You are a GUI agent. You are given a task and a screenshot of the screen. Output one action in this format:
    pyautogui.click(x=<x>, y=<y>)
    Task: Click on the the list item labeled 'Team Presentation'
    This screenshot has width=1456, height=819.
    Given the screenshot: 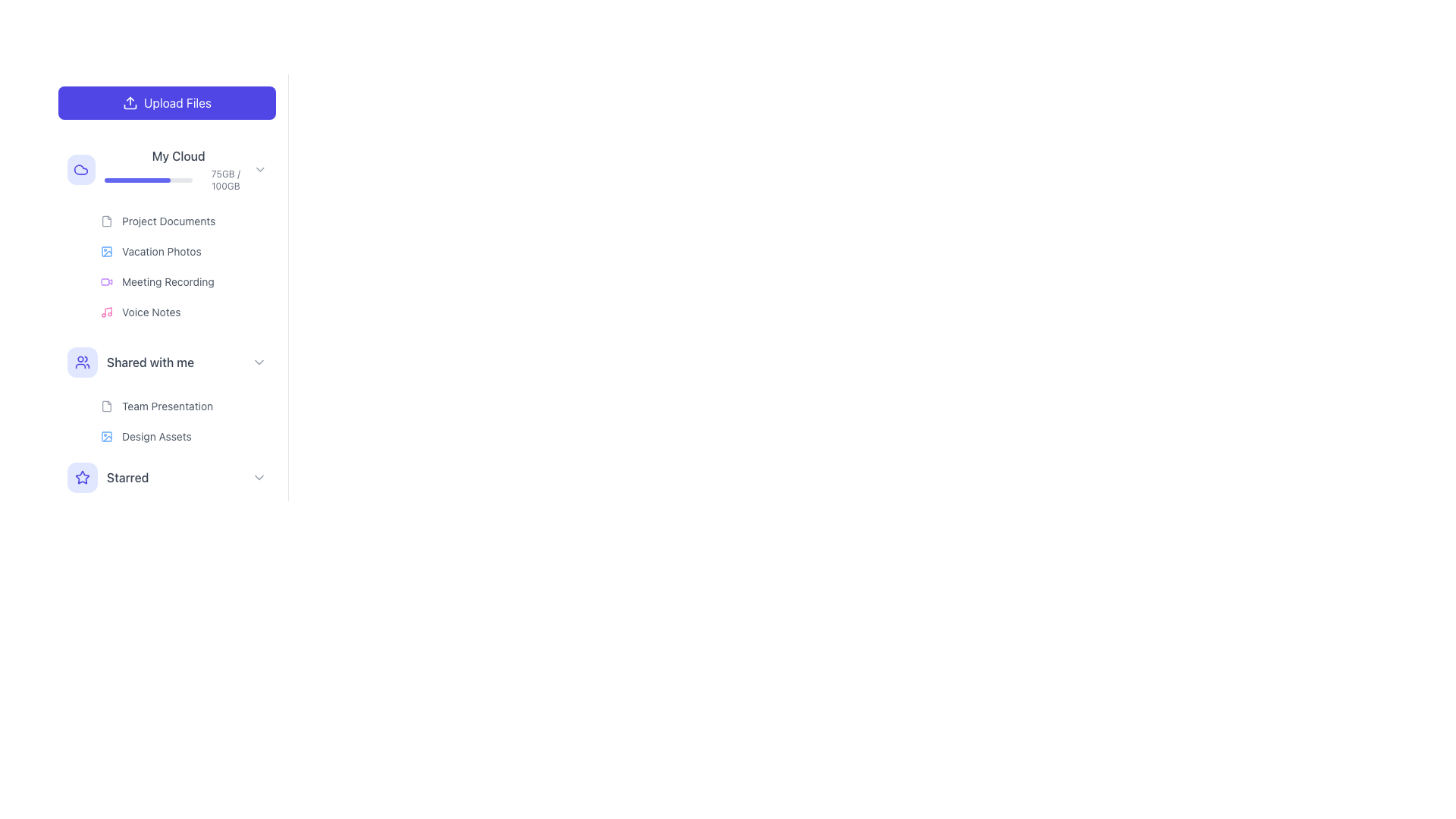 What is the action you would take?
    pyautogui.click(x=156, y=406)
    